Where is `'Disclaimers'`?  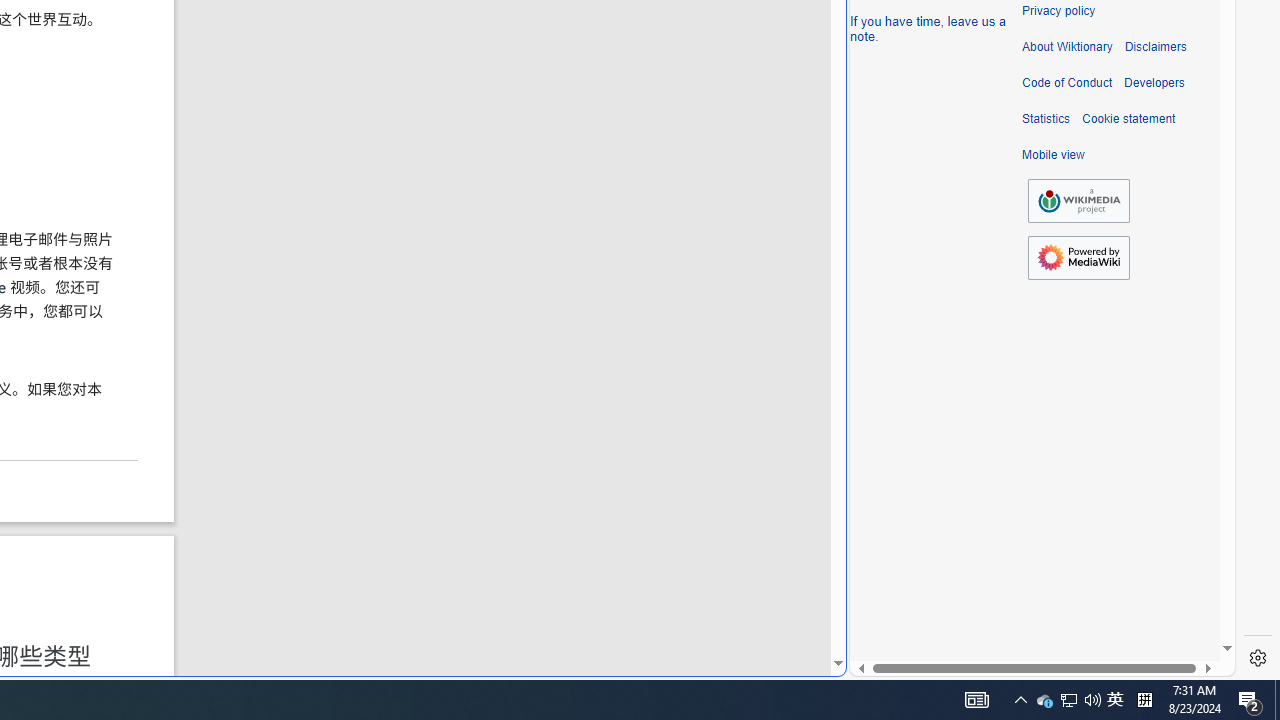 'Disclaimers' is located at coordinates (1155, 46).